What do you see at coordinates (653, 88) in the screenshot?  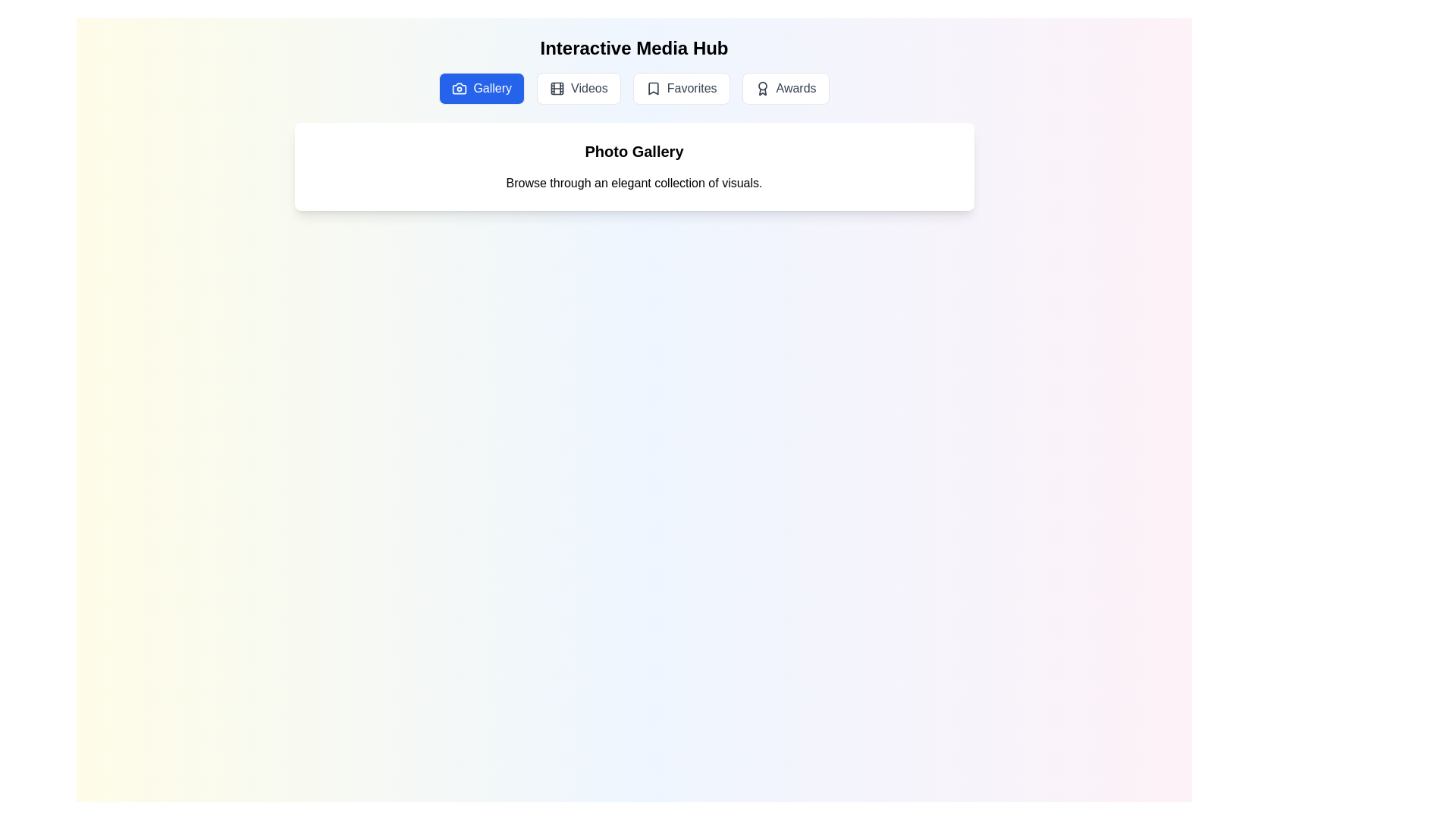 I see `the bookmark-shaped icon within the 'Favorites' button in the navigation bar, which is depicted with a folded bookmark design` at bounding box center [653, 88].